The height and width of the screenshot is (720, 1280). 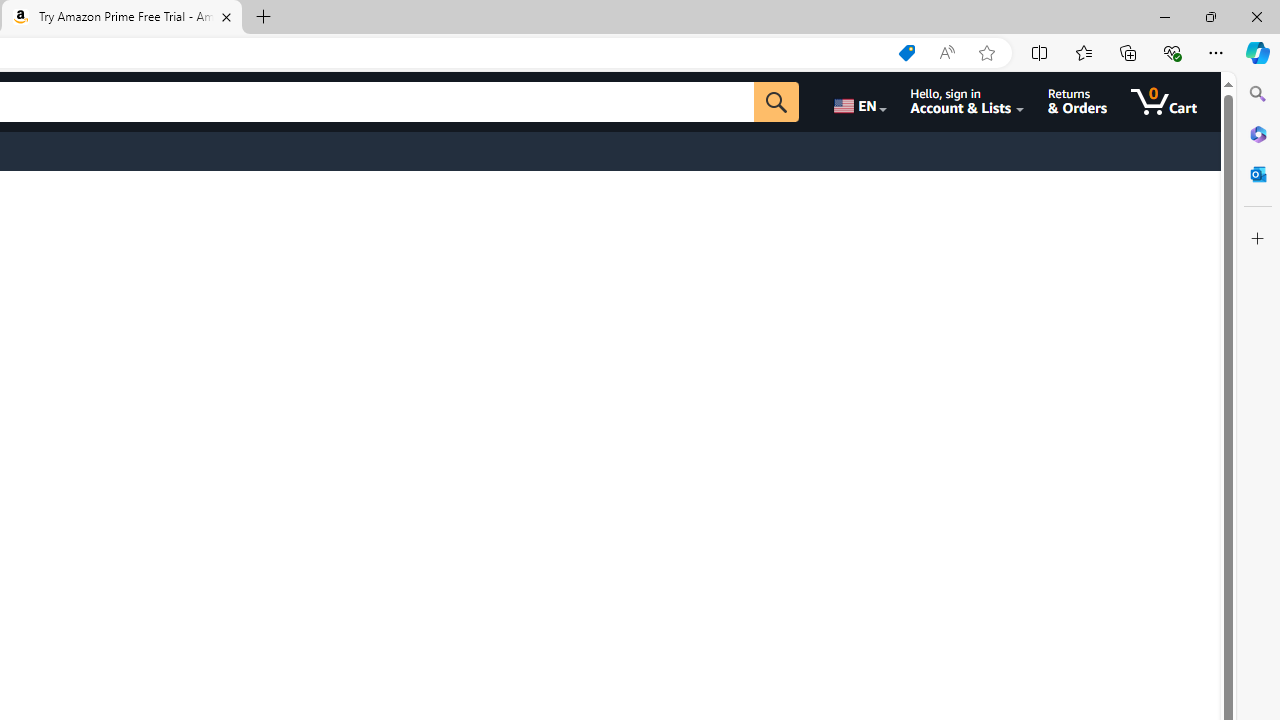 What do you see at coordinates (967, 101) in the screenshot?
I see `'Hello, sign in Account & Lists'` at bounding box center [967, 101].